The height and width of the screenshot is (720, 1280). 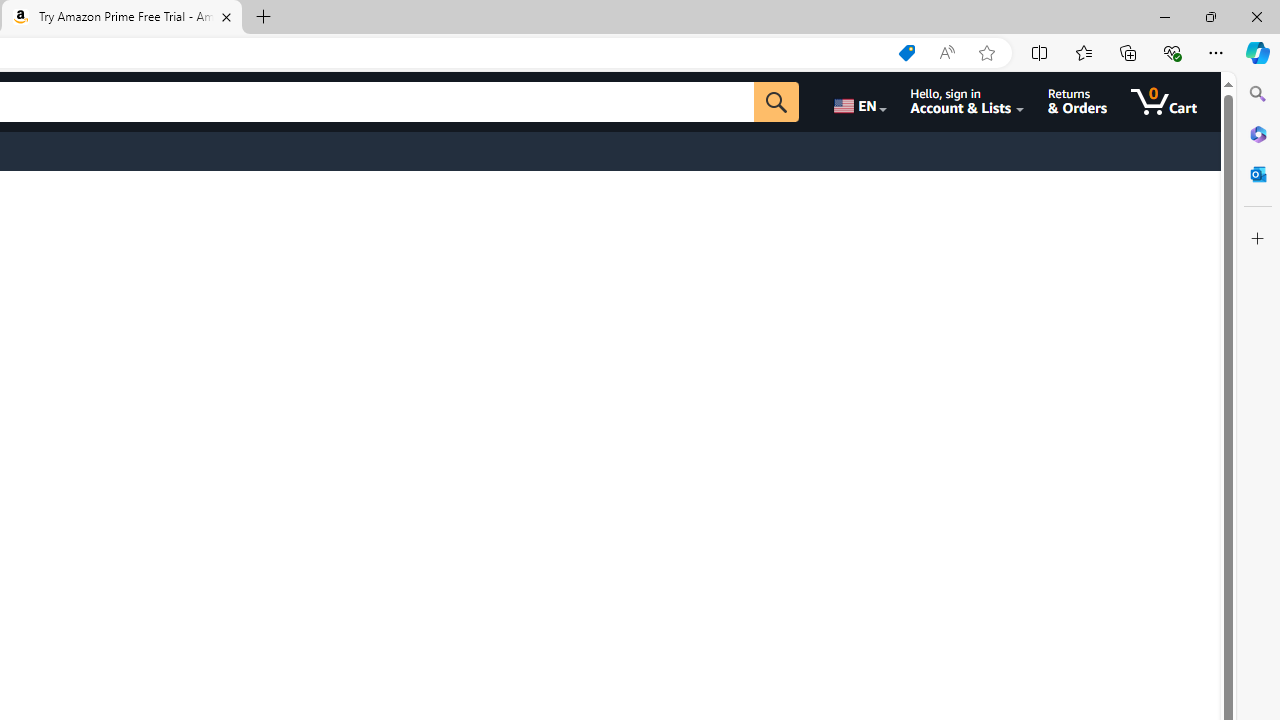 What do you see at coordinates (967, 101) in the screenshot?
I see `'Hello, sign in Account & Lists'` at bounding box center [967, 101].